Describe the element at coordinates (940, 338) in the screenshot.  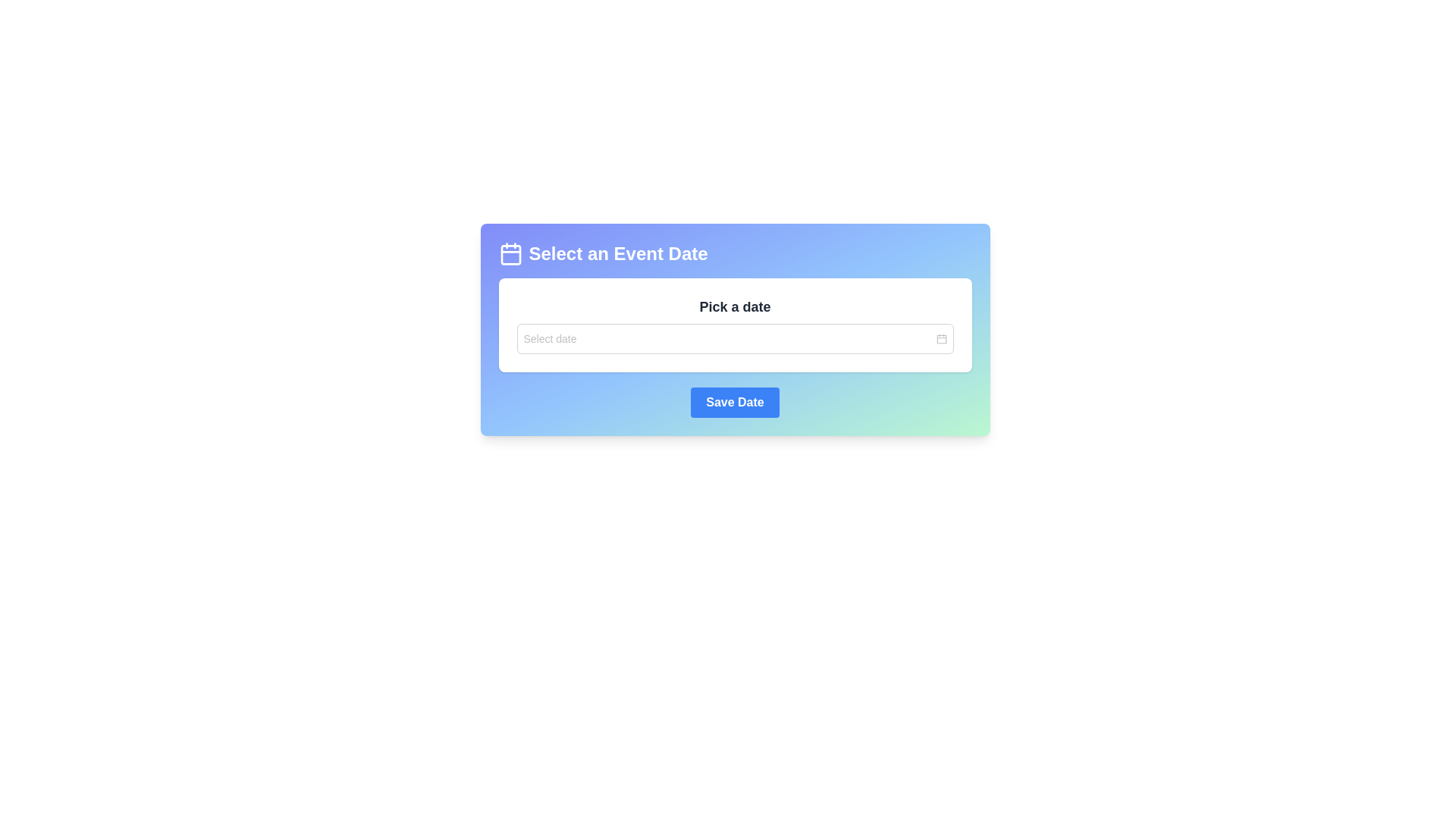
I see `the calendar icon located in the suffix area of the date picker input field, which is the rightmost component adjacent to the date input clear space` at that location.